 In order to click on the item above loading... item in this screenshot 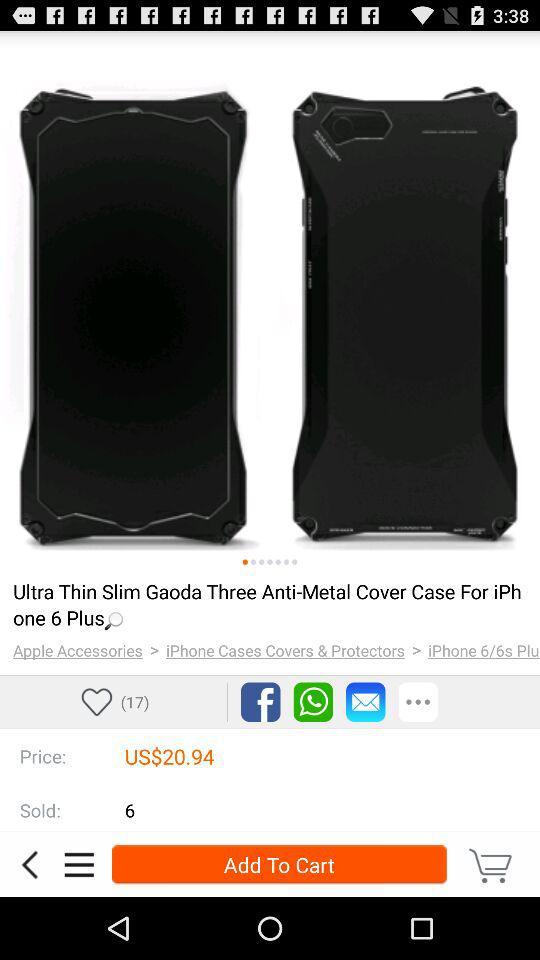, I will do `click(245, 562)`.